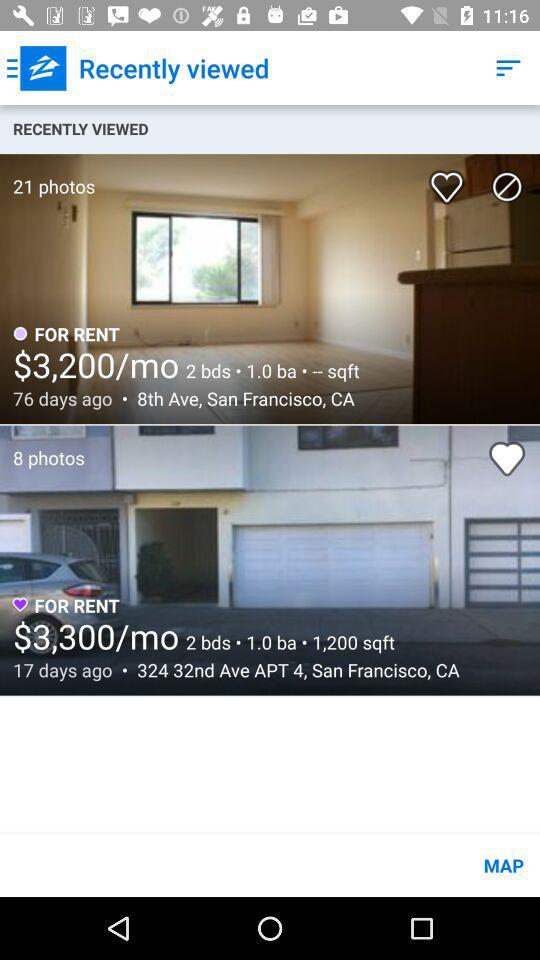  What do you see at coordinates (270, 864) in the screenshot?
I see `the map item` at bounding box center [270, 864].